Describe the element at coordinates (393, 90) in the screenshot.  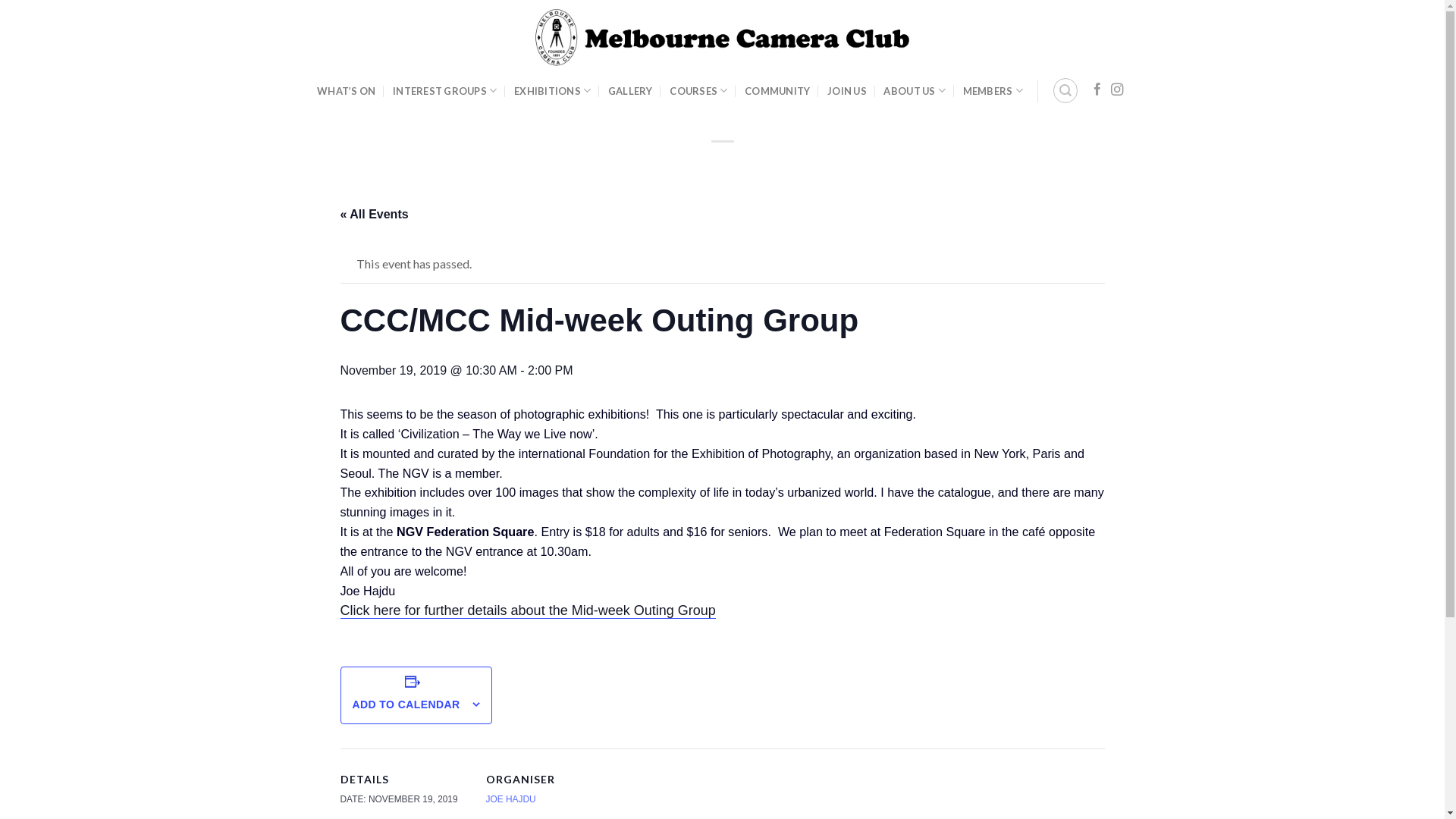
I see `'INTEREST GROUPS'` at that location.